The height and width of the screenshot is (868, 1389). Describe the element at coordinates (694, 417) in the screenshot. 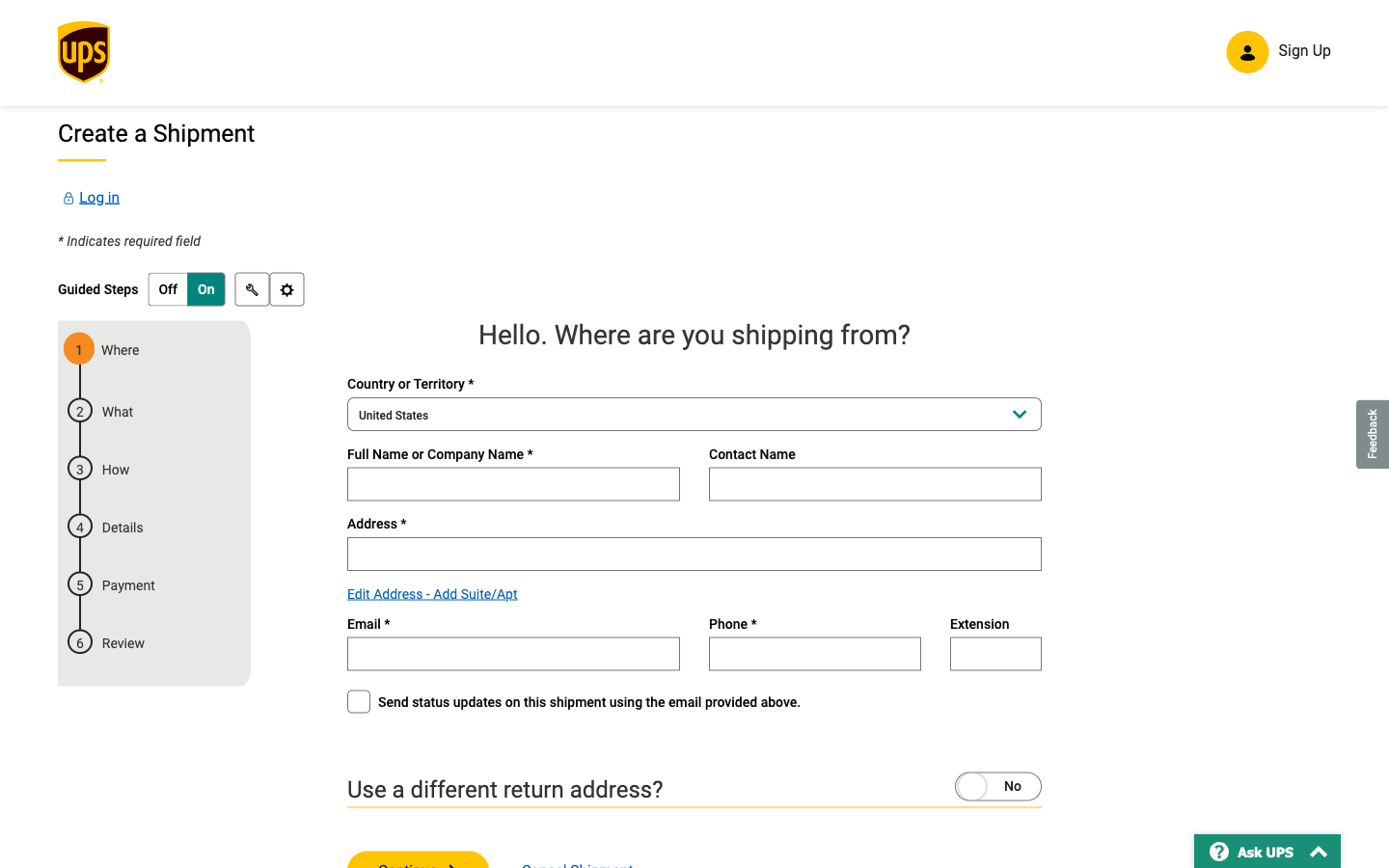

I see `the country selection dropdown and navigate to the desired country by scrolling down` at that location.